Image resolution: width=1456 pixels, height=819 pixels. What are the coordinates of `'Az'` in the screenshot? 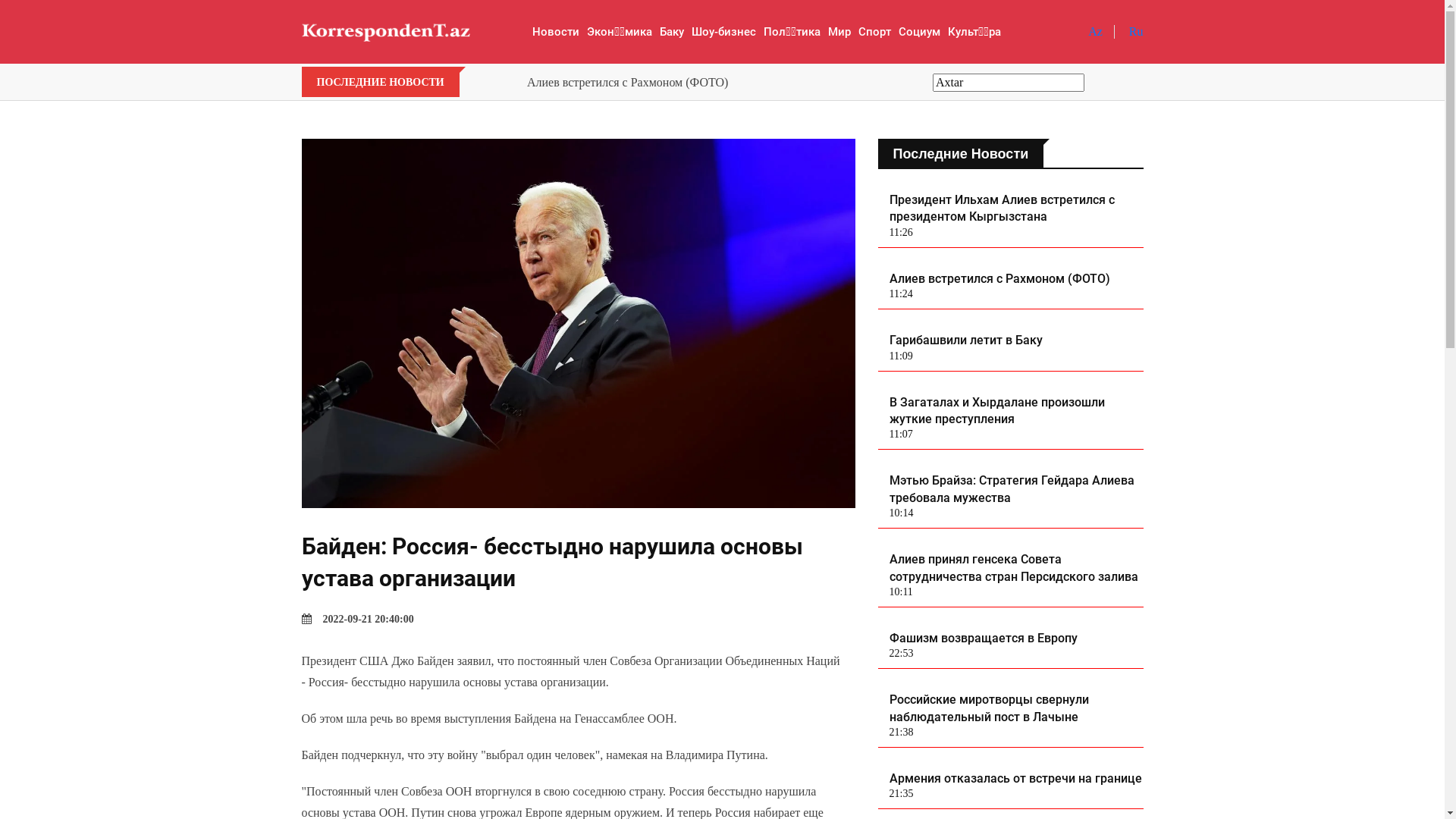 It's located at (1095, 31).